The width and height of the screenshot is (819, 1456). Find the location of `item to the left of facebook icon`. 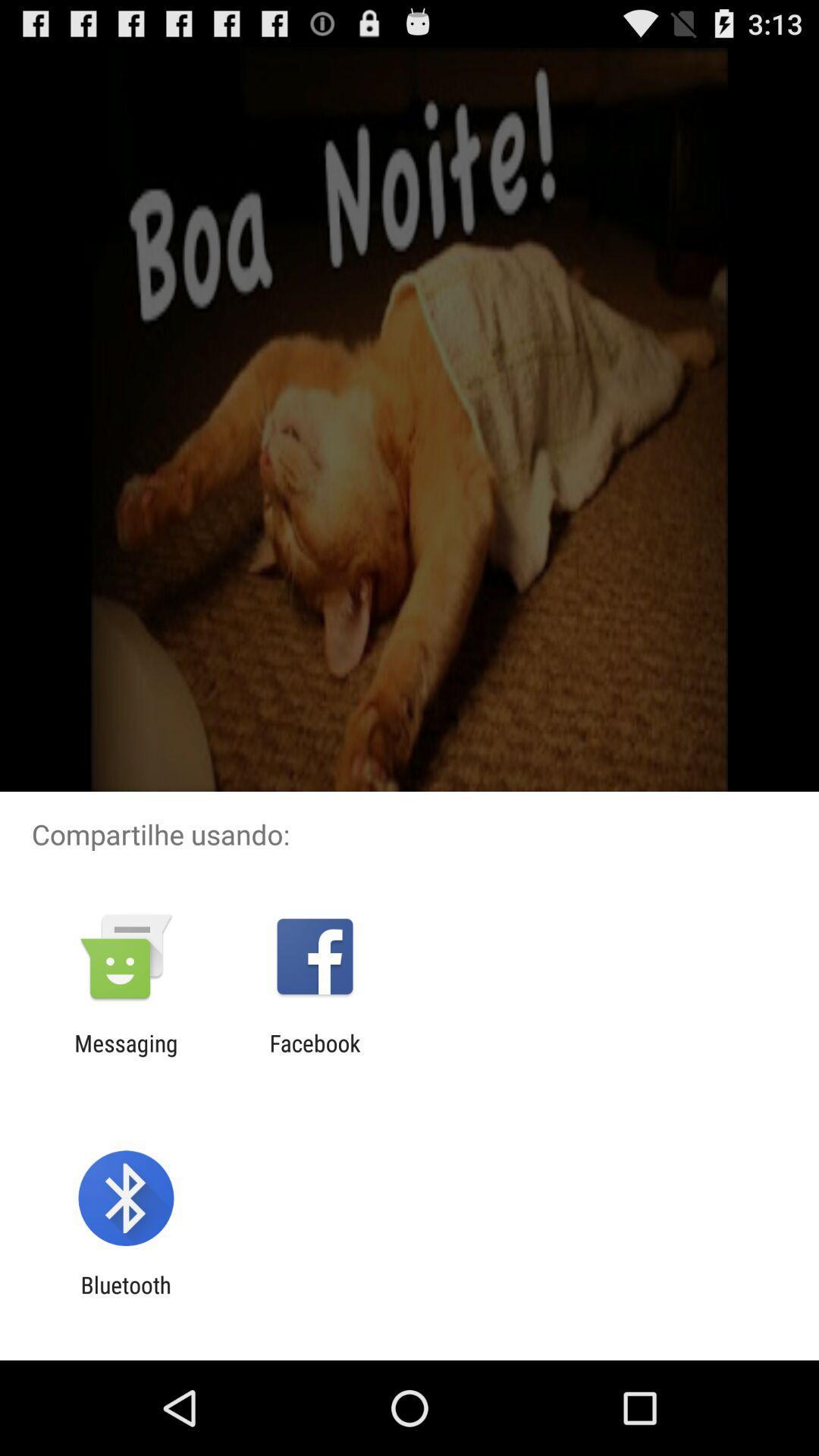

item to the left of facebook icon is located at coordinates (125, 1056).